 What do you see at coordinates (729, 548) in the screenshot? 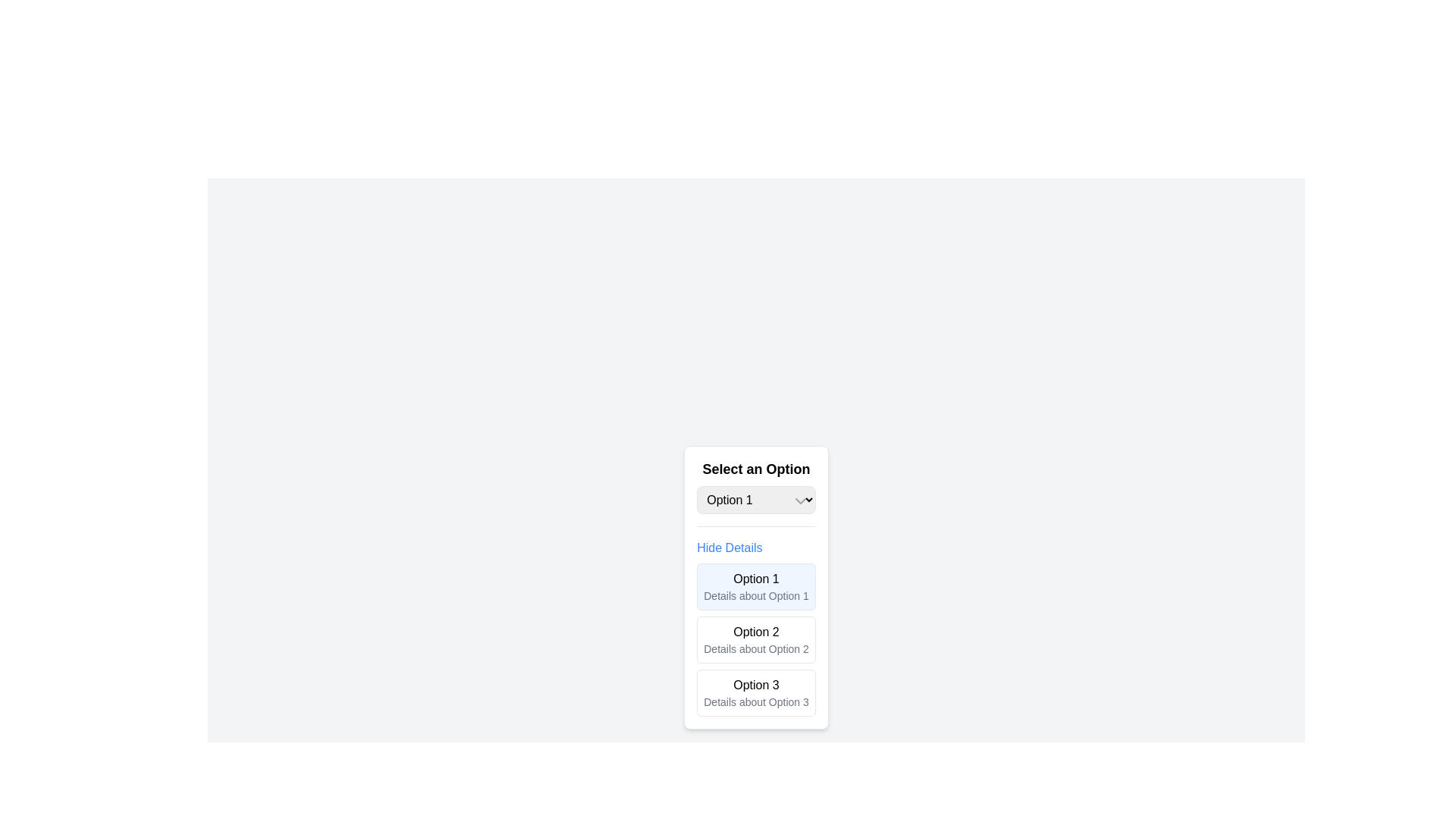
I see `the text link located at the top of the list of options, directly below the dropdown labeled 'Select an Option' to hide details` at bounding box center [729, 548].